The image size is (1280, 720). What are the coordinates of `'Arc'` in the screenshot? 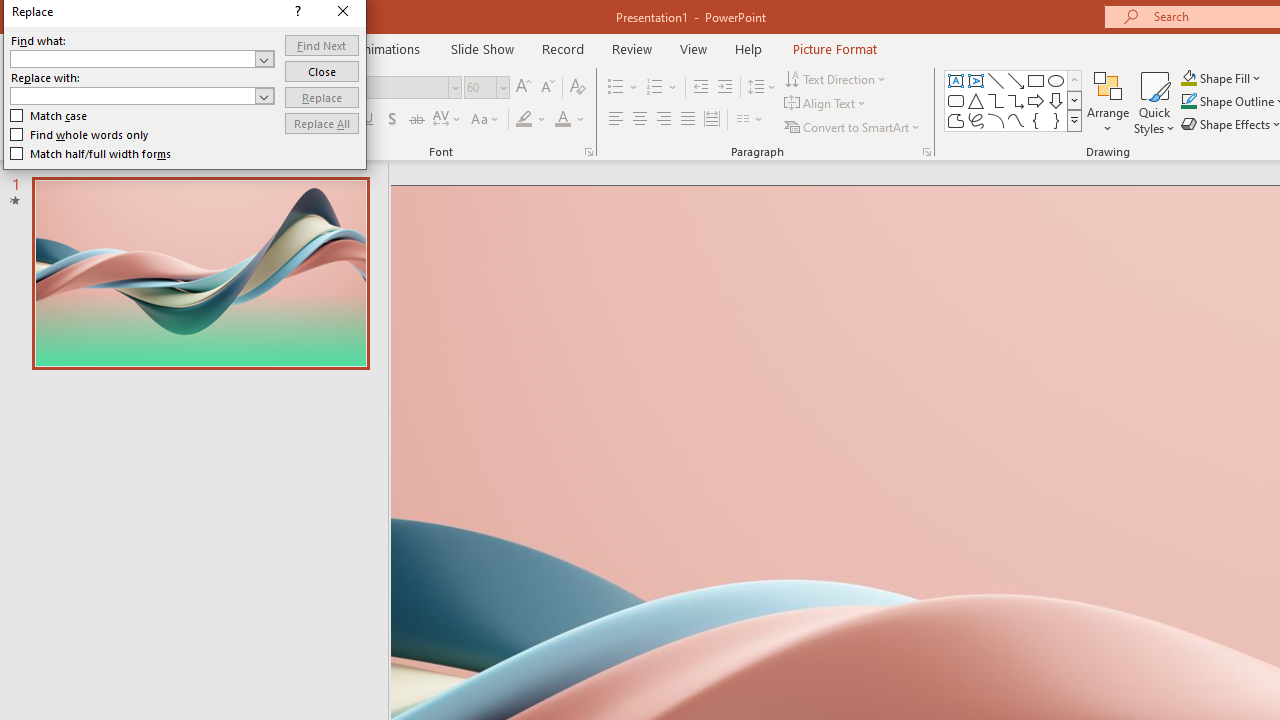 It's located at (995, 120).